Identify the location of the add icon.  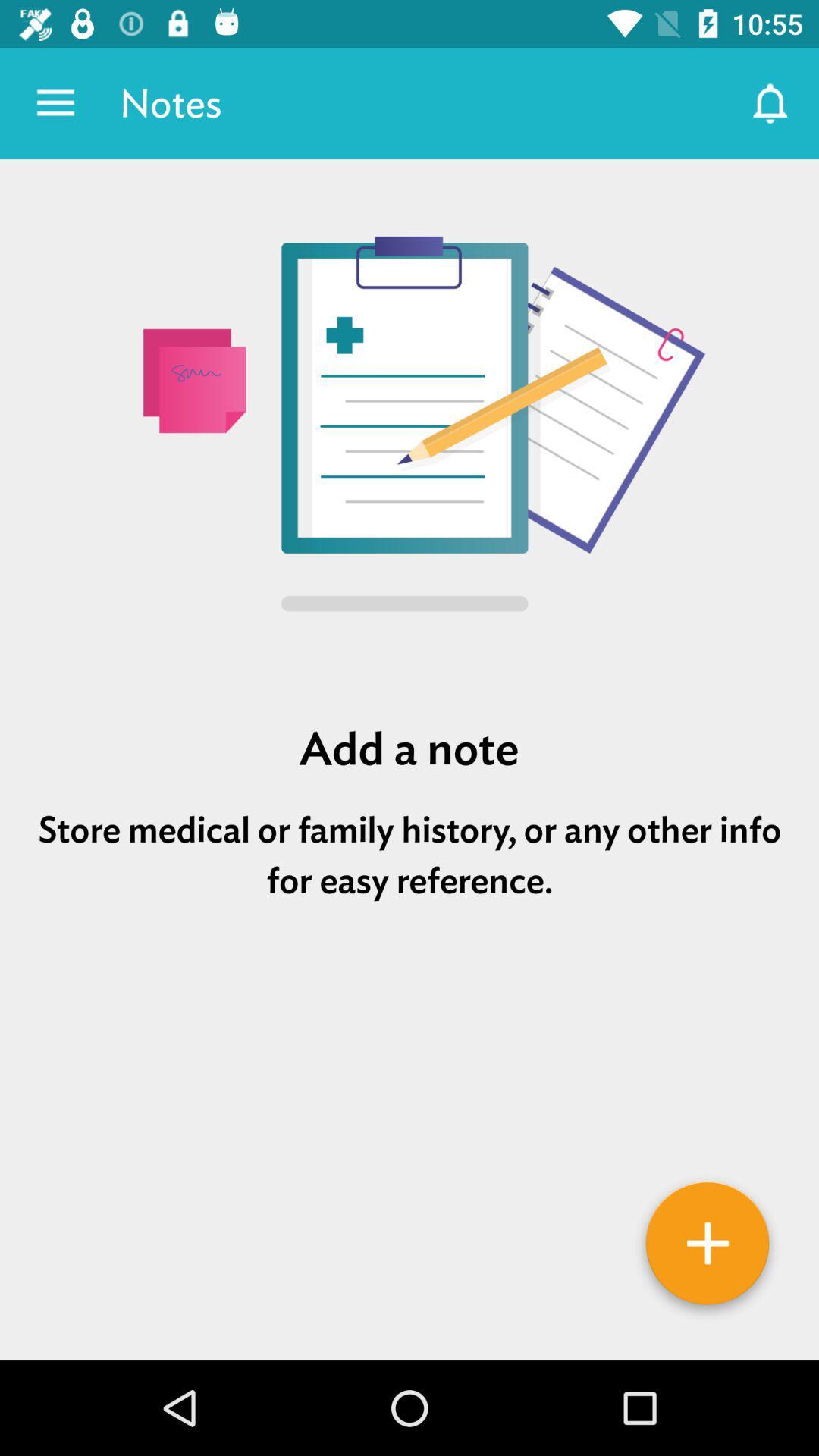
(708, 1248).